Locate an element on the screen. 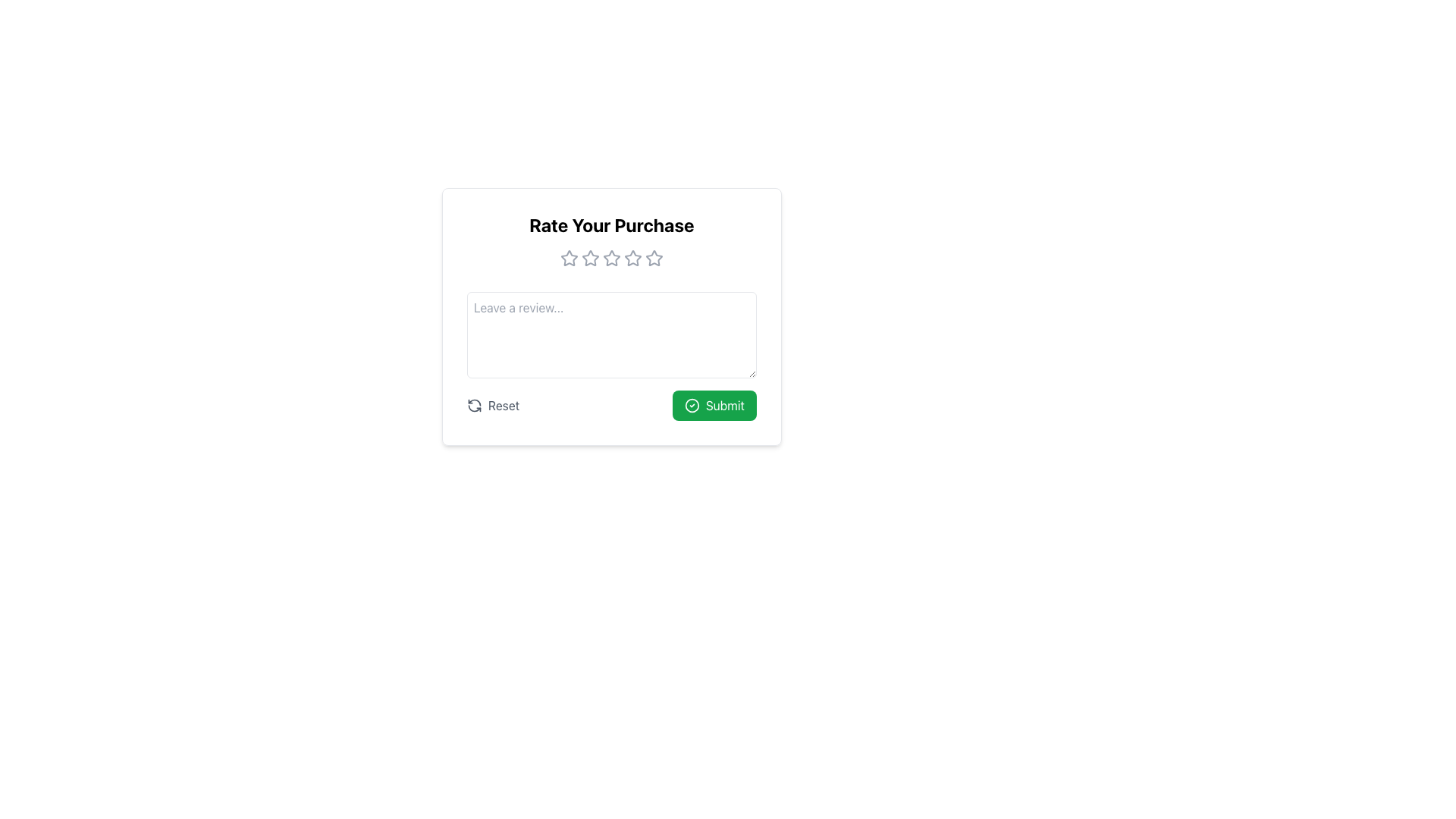 The image size is (1456, 819). the second star icon in the rating stars below the 'Rate Your Purchase' title is located at coordinates (589, 257).